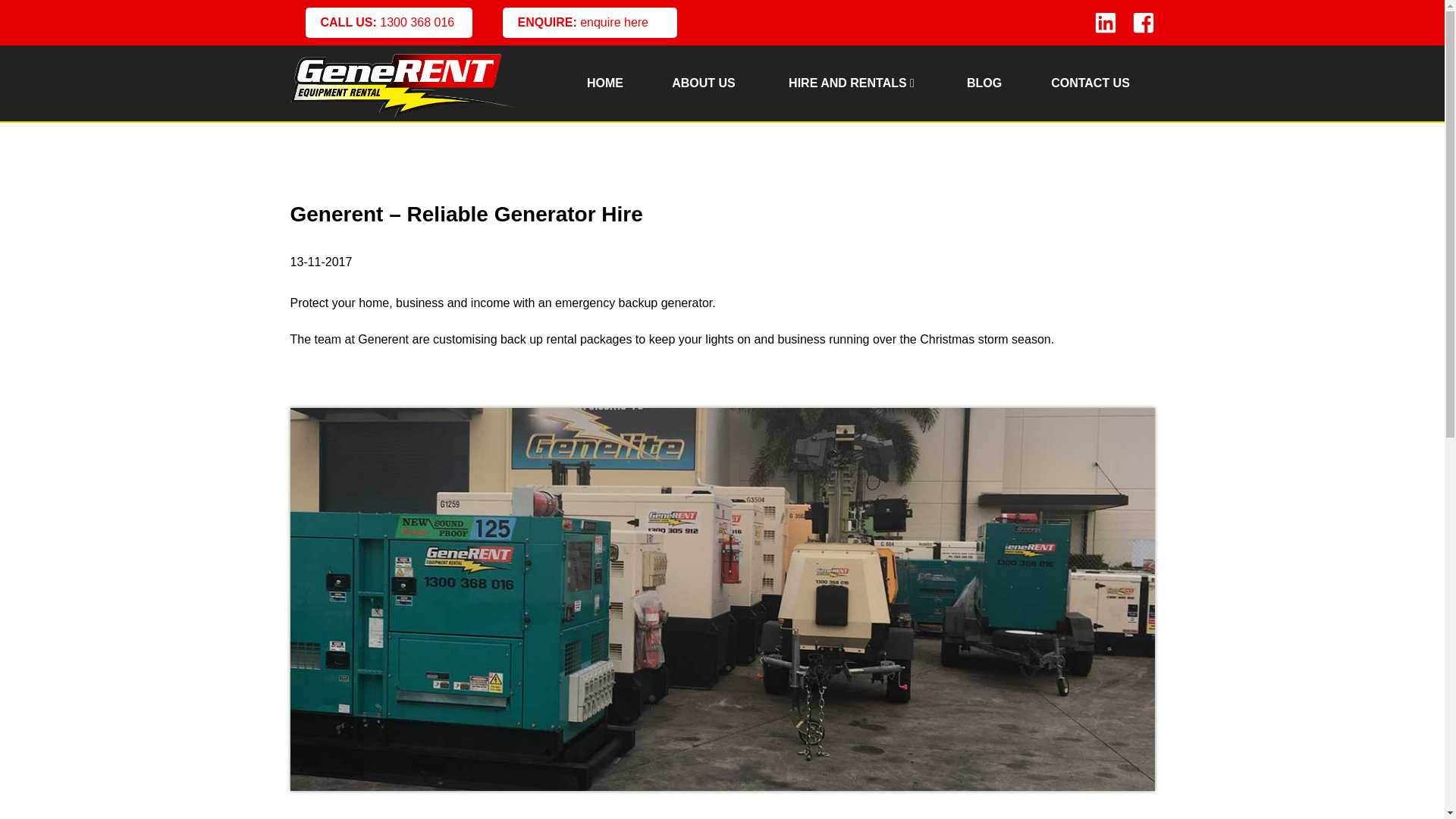 This screenshot has width=1456, height=819. What do you see at coordinates (701, 83) in the screenshot?
I see `'ABOUT US'` at bounding box center [701, 83].